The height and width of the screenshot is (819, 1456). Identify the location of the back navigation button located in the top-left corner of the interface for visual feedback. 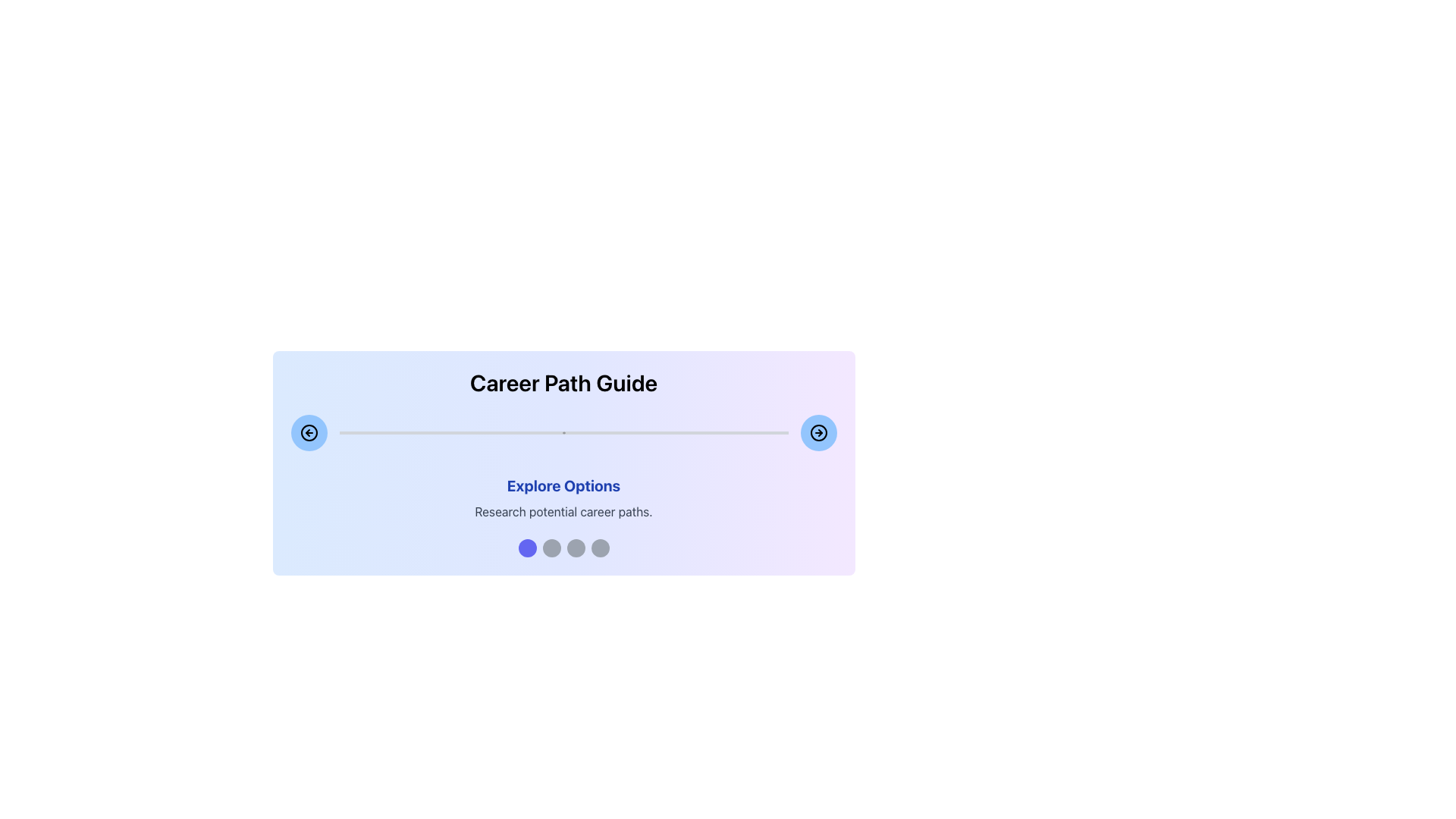
(308, 432).